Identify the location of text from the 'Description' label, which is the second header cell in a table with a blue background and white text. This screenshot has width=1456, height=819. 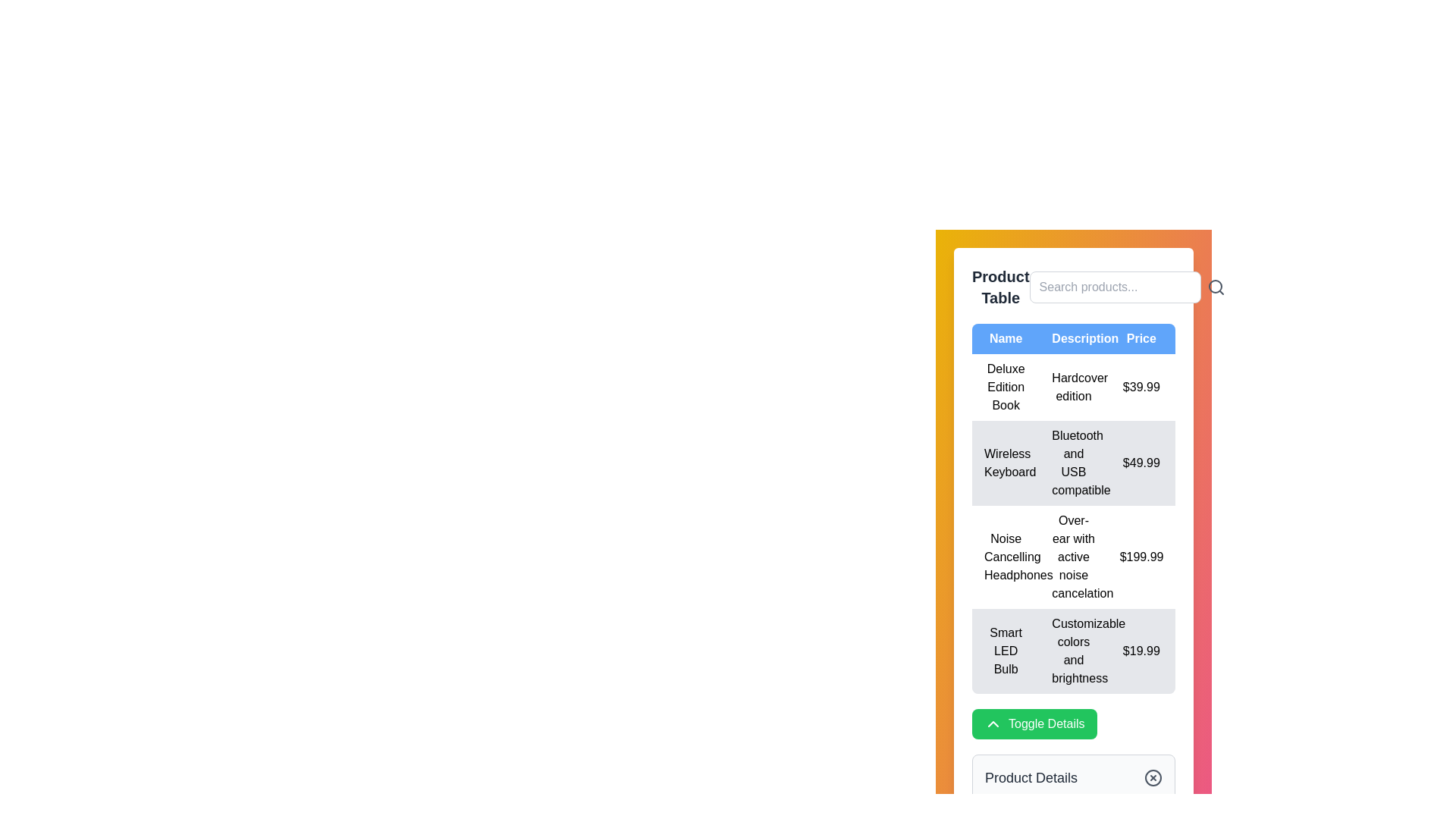
(1073, 338).